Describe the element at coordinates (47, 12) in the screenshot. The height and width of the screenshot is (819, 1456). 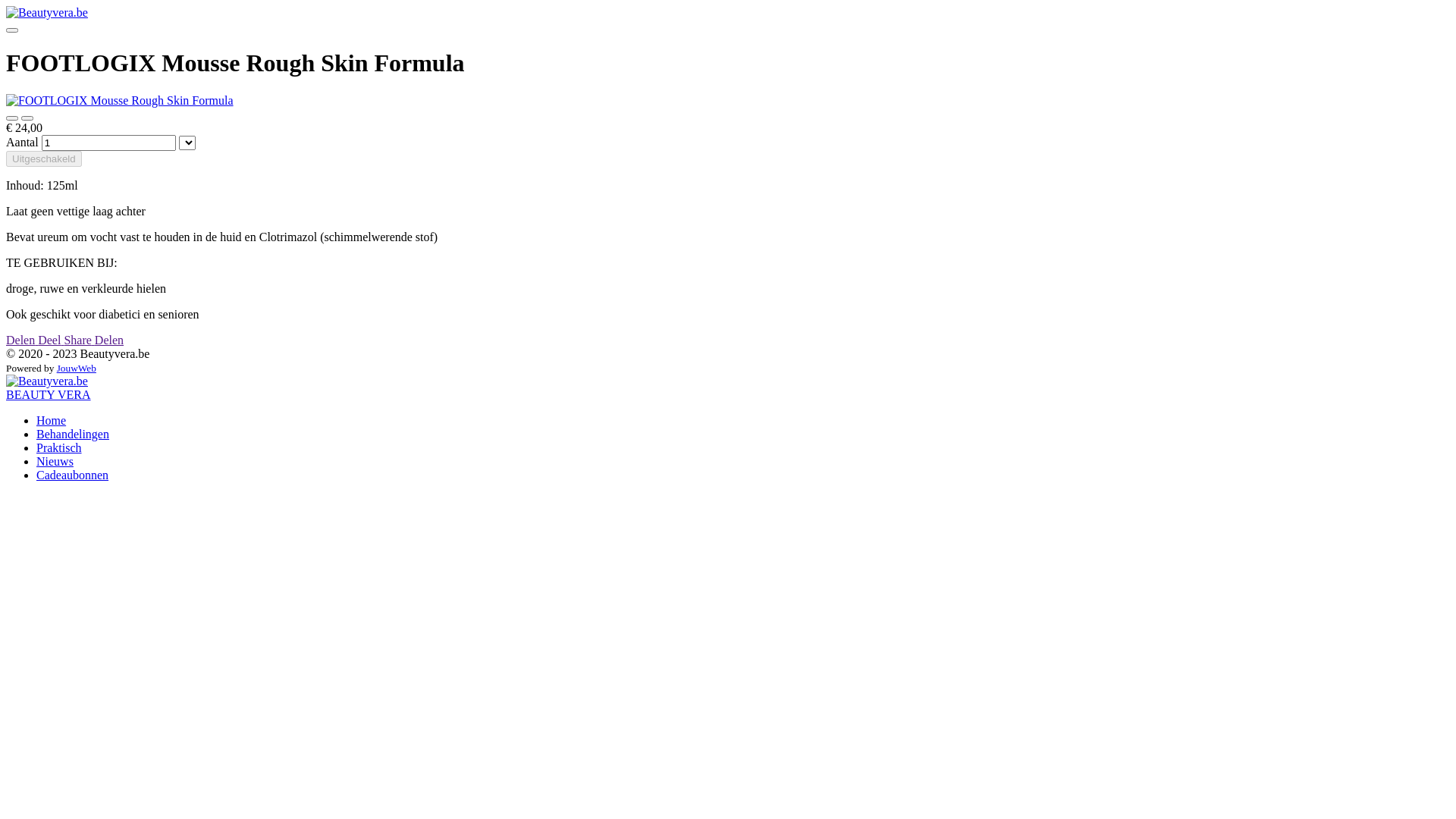
I see `'Beautyvera.be'` at that location.